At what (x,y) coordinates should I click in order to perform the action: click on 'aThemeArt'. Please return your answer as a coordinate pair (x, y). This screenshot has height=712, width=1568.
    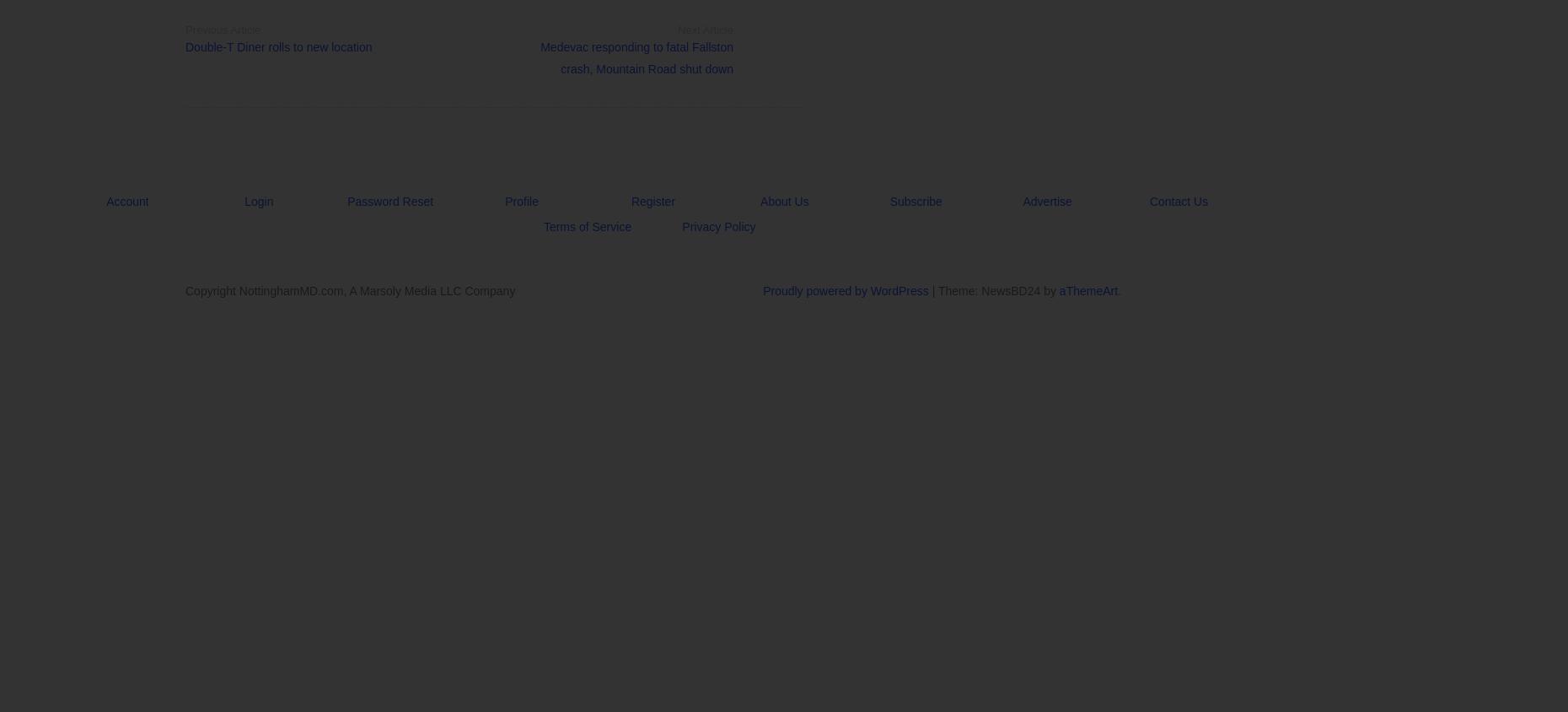
    Looking at the image, I should click on (1058, 291).